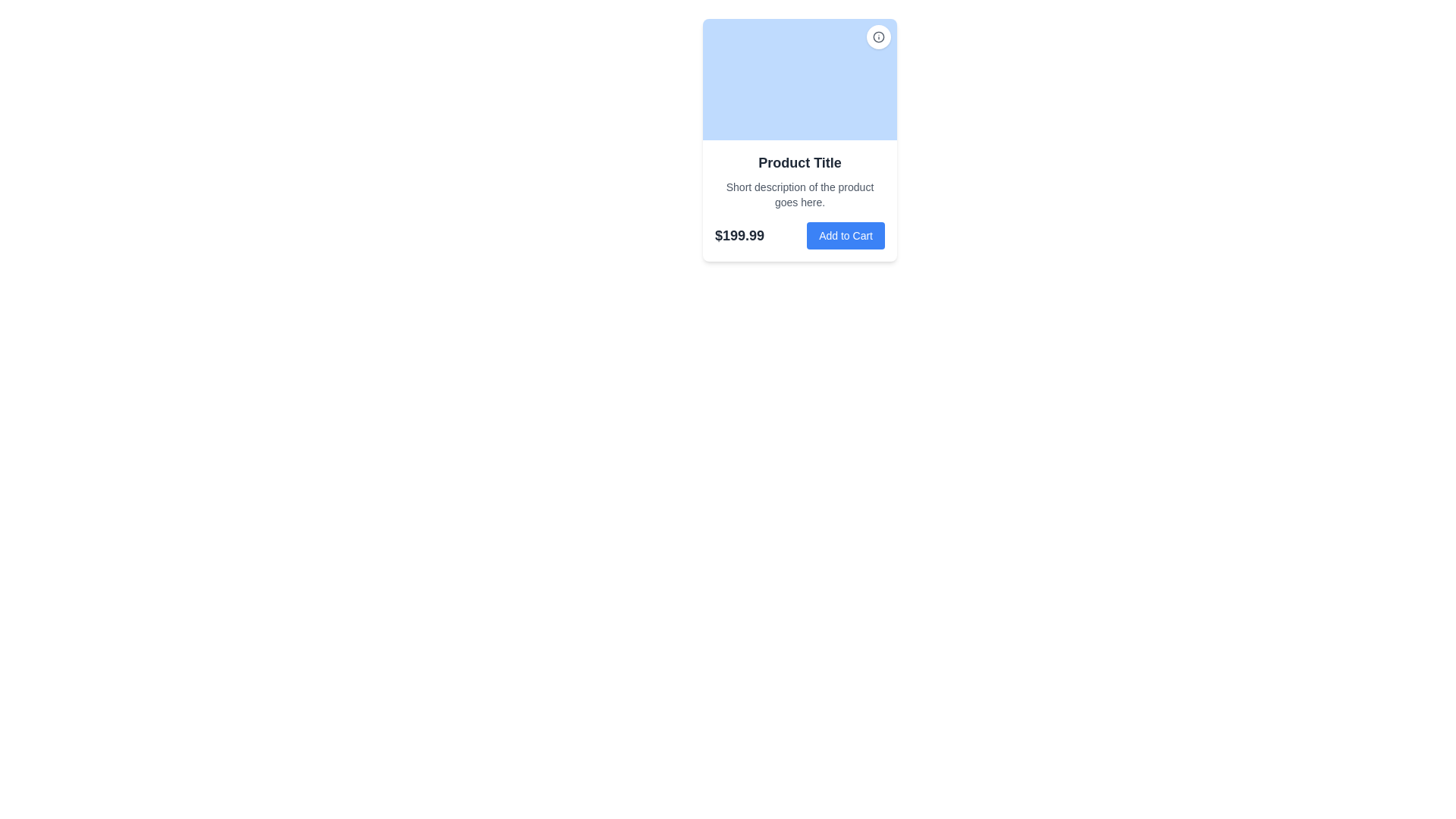 The image size is (1456, 819). What do you see at coordinates (799, 236) in the screenshot?
I see `the 'Add to Cart' button located at the bottom of the product card layout` at bounding box center [799, 236].